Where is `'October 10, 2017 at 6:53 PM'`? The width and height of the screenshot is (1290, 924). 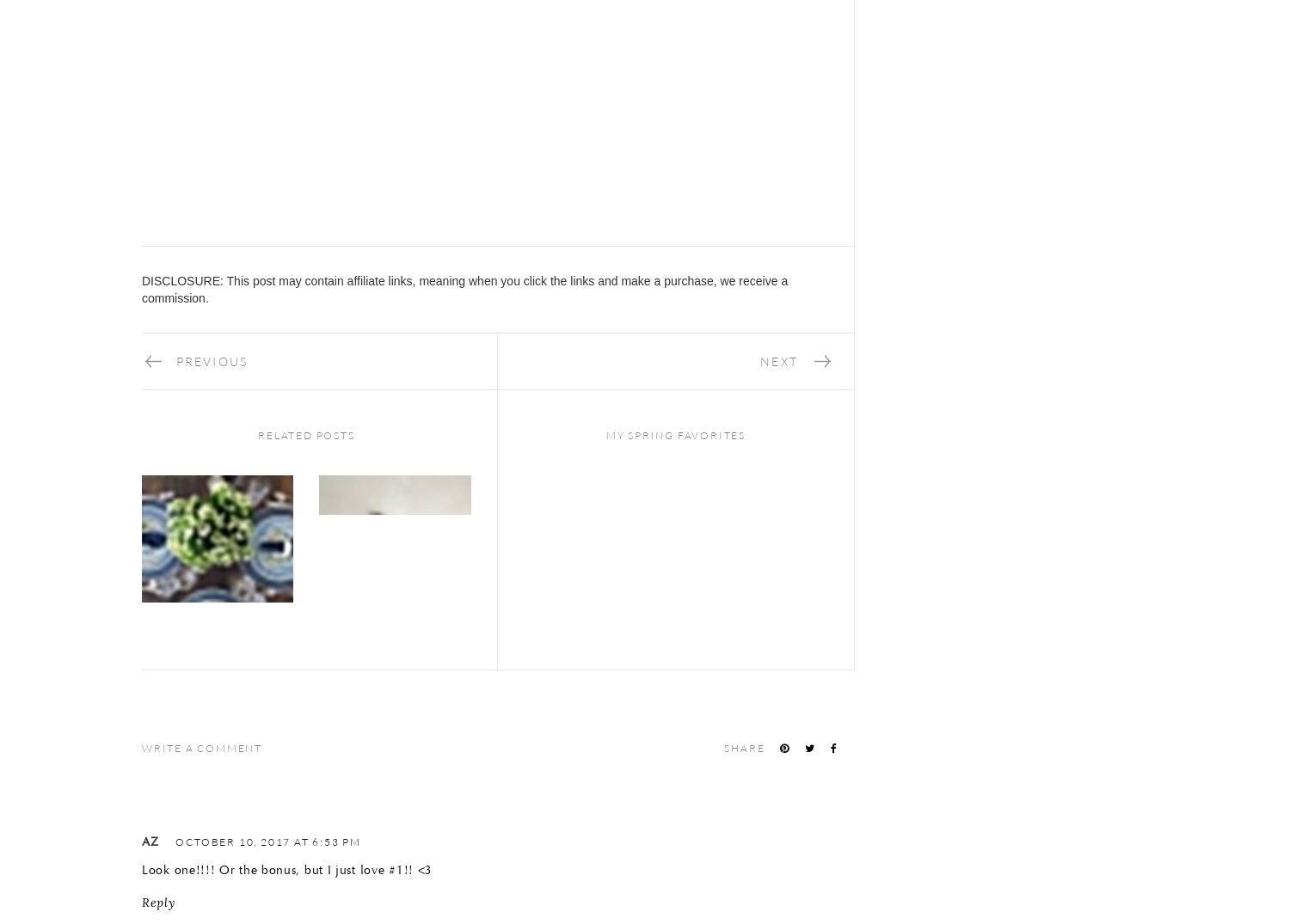 'October 10, 2017 at 6:53 PM' is located at coordinates (268, 841).